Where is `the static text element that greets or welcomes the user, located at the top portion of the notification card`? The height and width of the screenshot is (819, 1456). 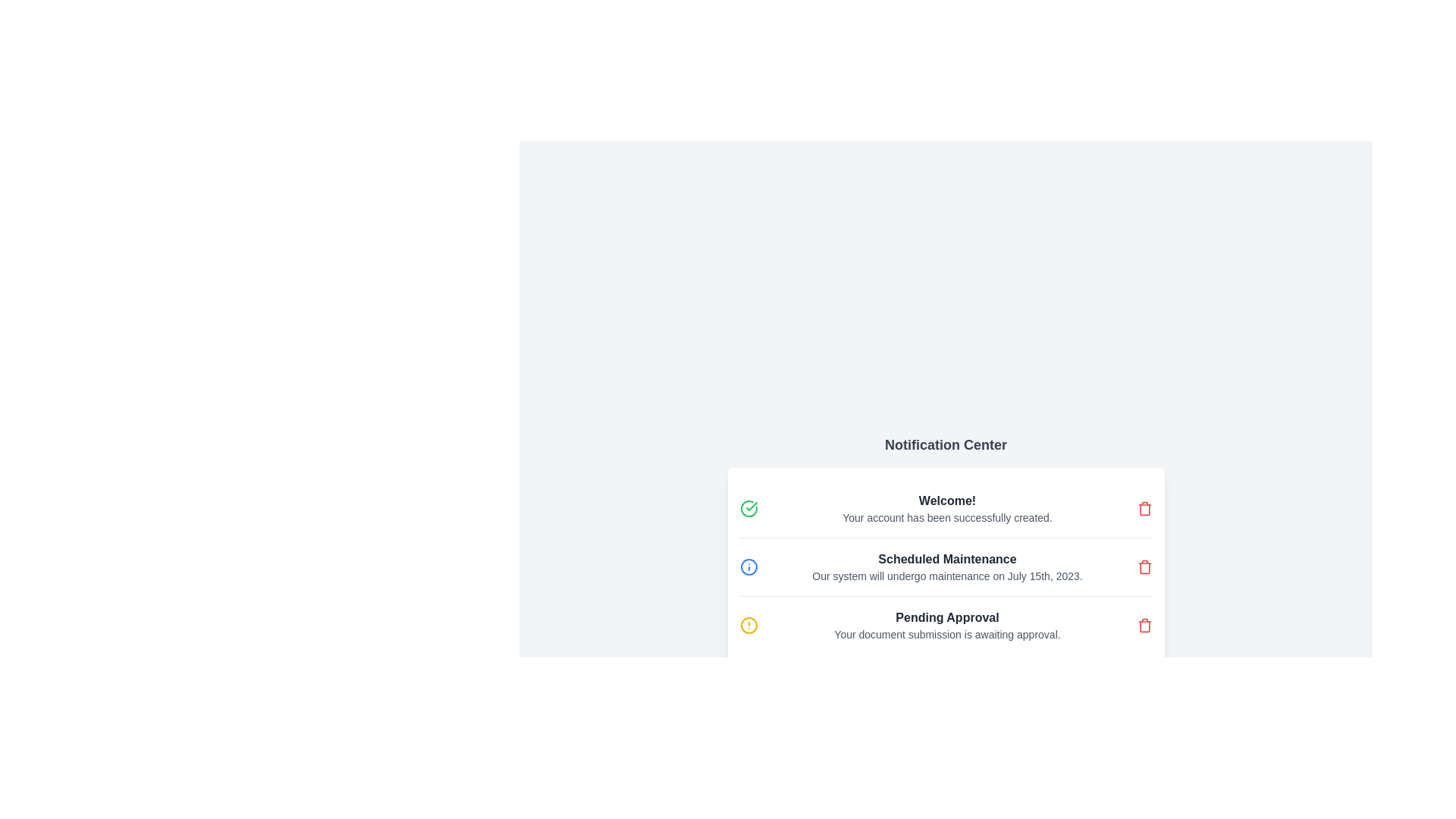
the static text element that greets or welcomes the user, located at the top portion of the notification card is located at coordinates (946, 500).